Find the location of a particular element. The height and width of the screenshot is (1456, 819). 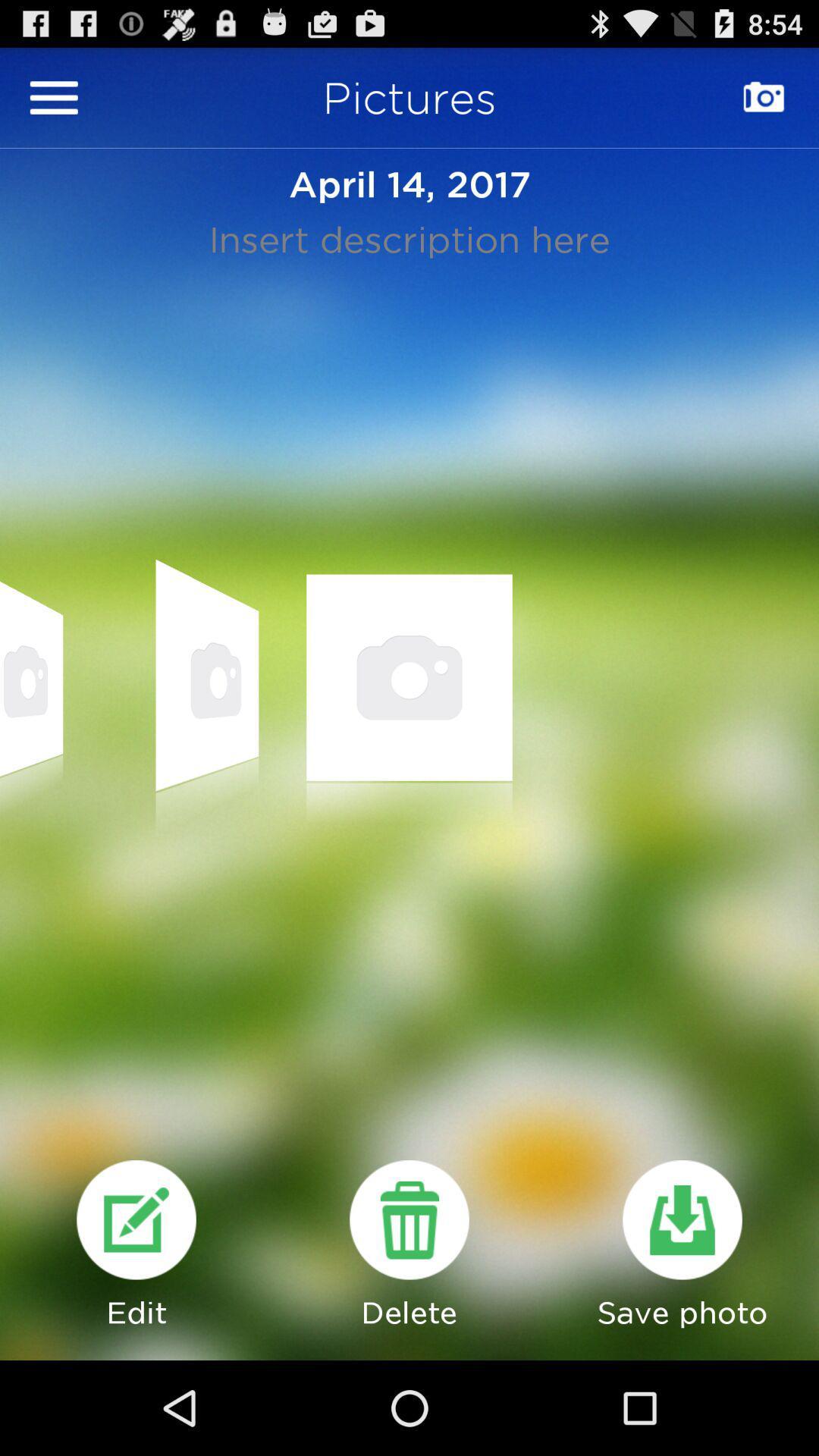

the menu icon is located at coordinates (53, 104).